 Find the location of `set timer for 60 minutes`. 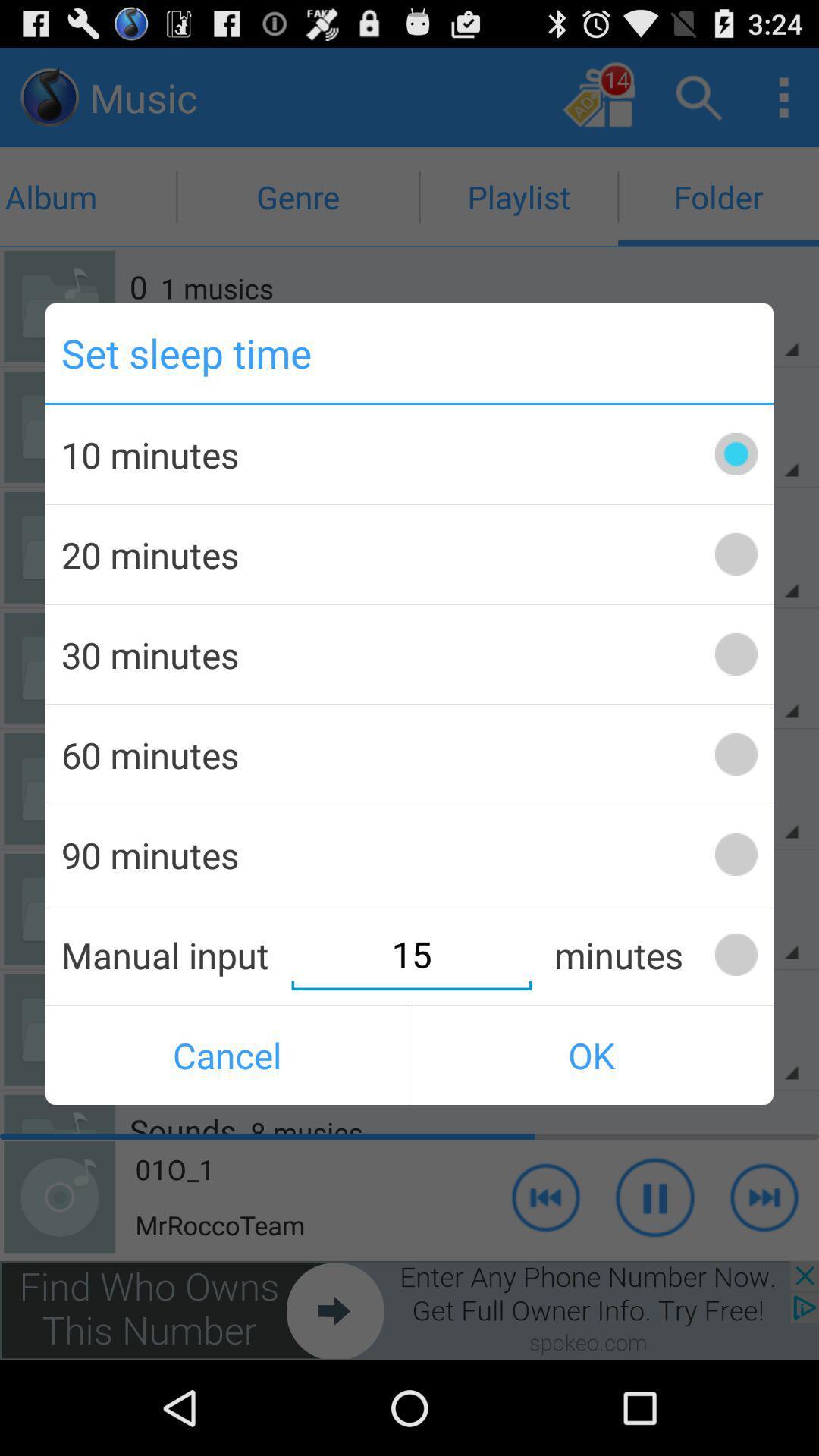

set timer for 60 minutes is located at coordinates (735, 755).